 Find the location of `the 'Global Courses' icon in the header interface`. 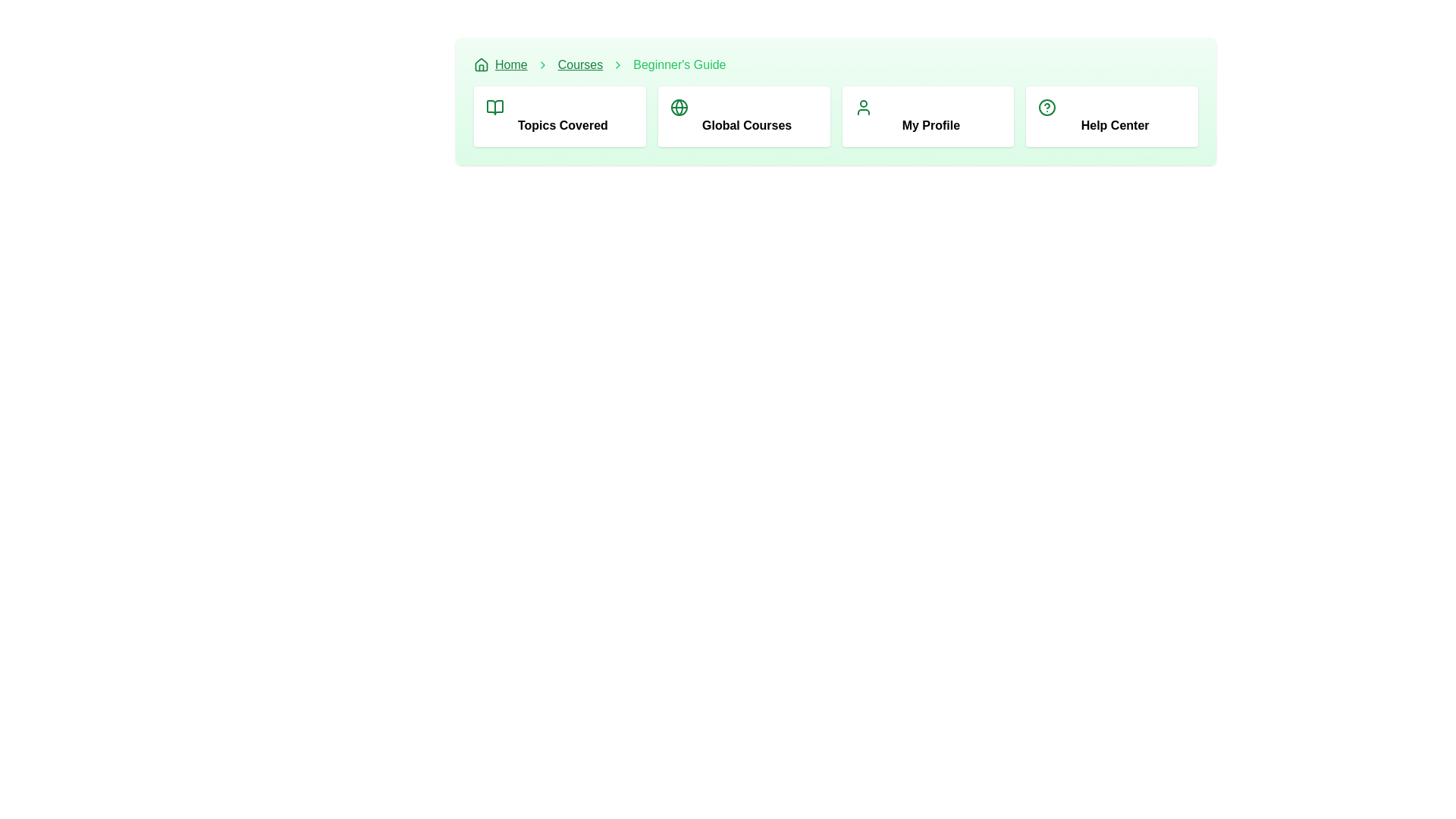

the 'Global Courses' icon in the header interface is located at coordinates (678, 107).